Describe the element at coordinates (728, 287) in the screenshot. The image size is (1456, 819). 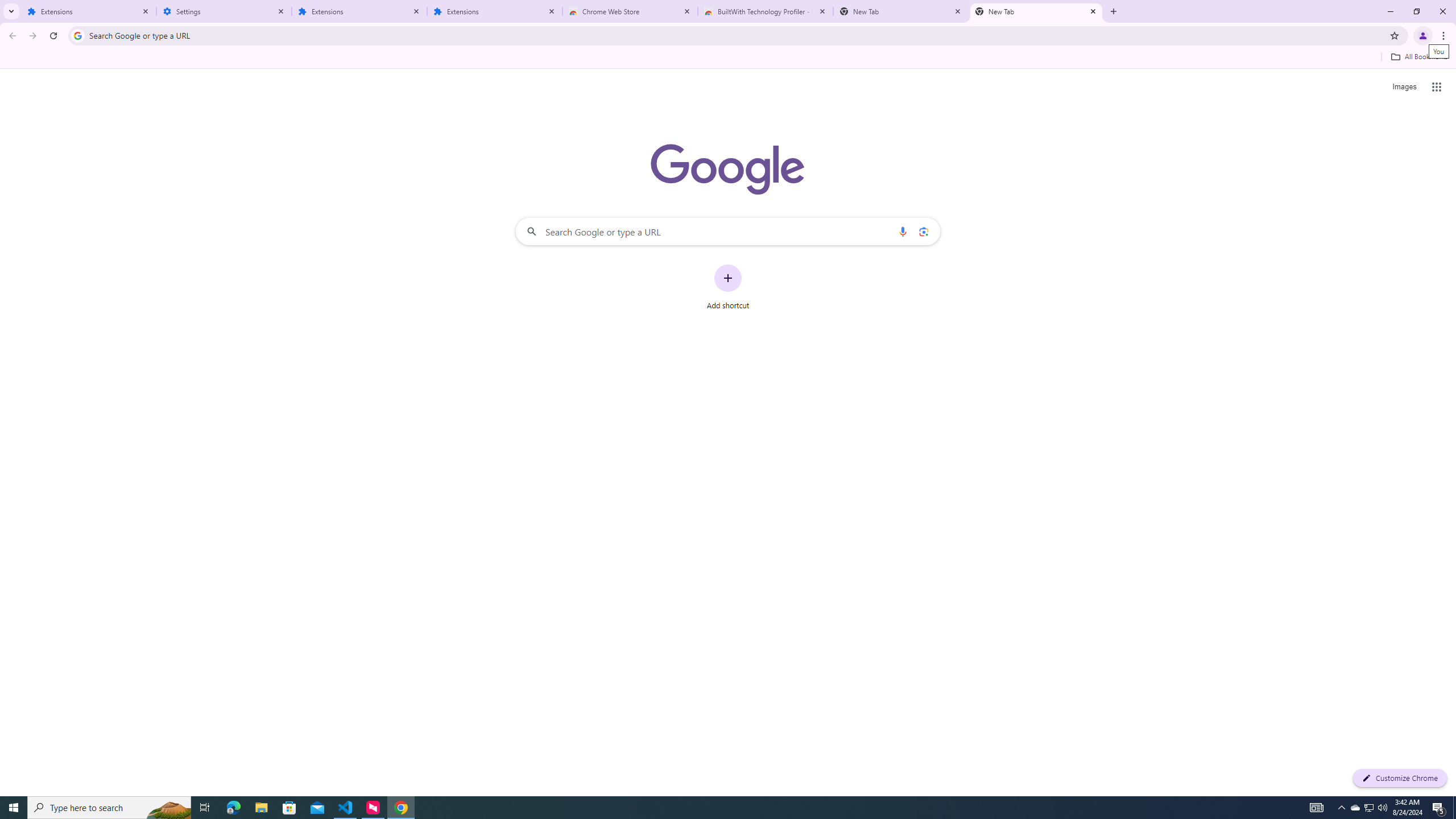
I see `'Add shortcut'` at that location.